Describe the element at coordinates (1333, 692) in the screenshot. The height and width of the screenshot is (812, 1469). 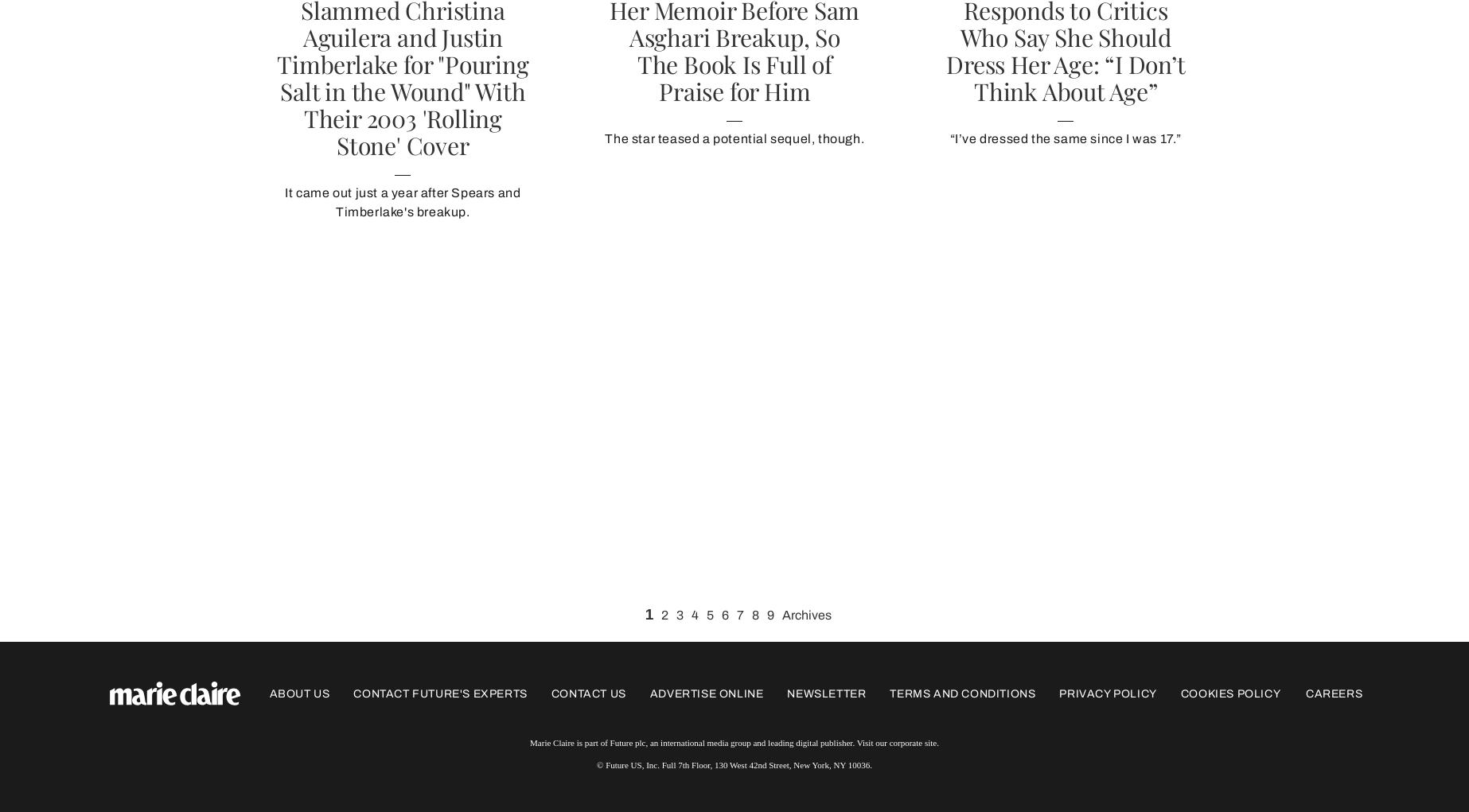
I see `'Careers'` at that location.